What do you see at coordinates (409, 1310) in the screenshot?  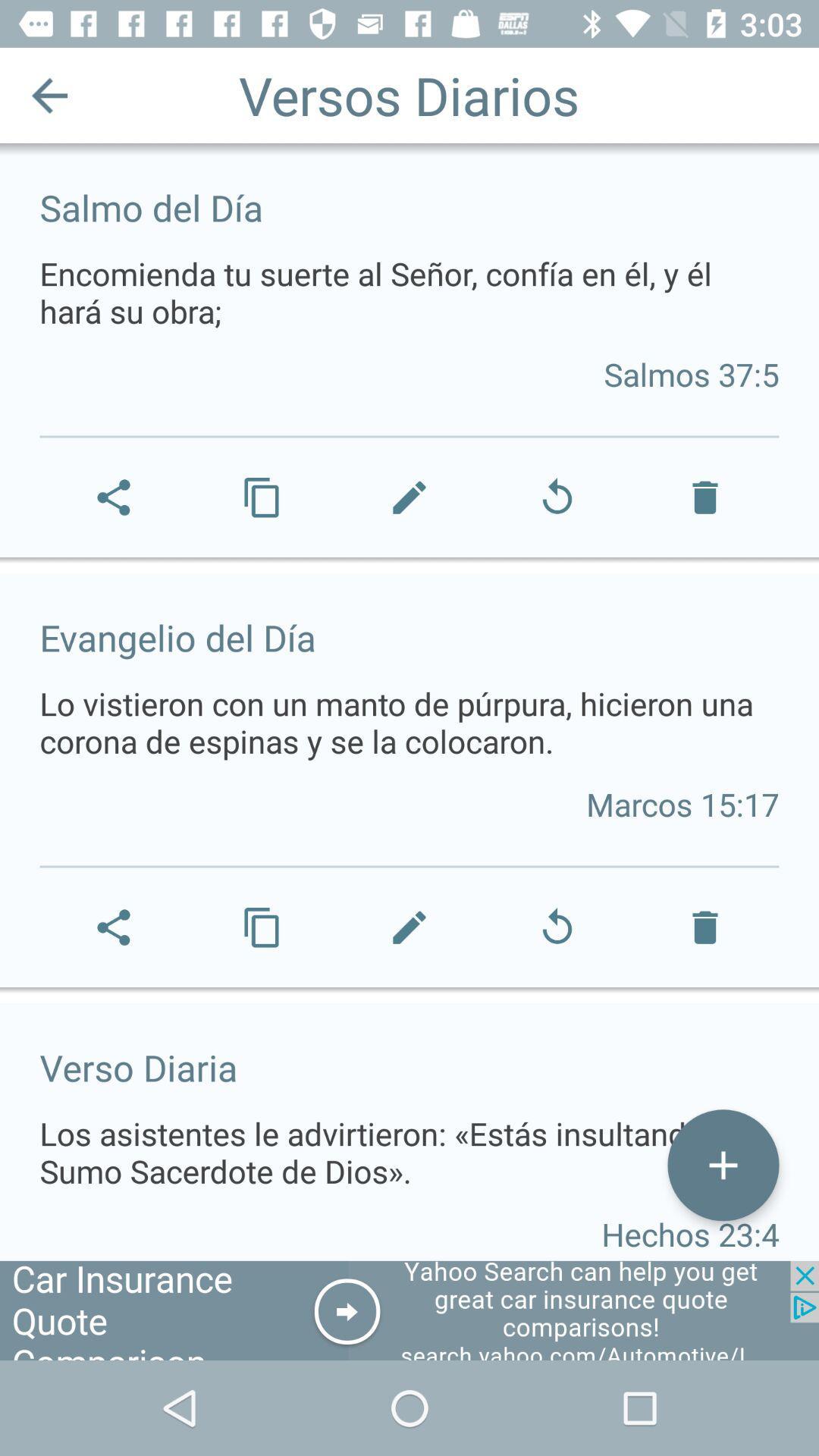 I see `advertisement` at bounding box center [409, 1310].